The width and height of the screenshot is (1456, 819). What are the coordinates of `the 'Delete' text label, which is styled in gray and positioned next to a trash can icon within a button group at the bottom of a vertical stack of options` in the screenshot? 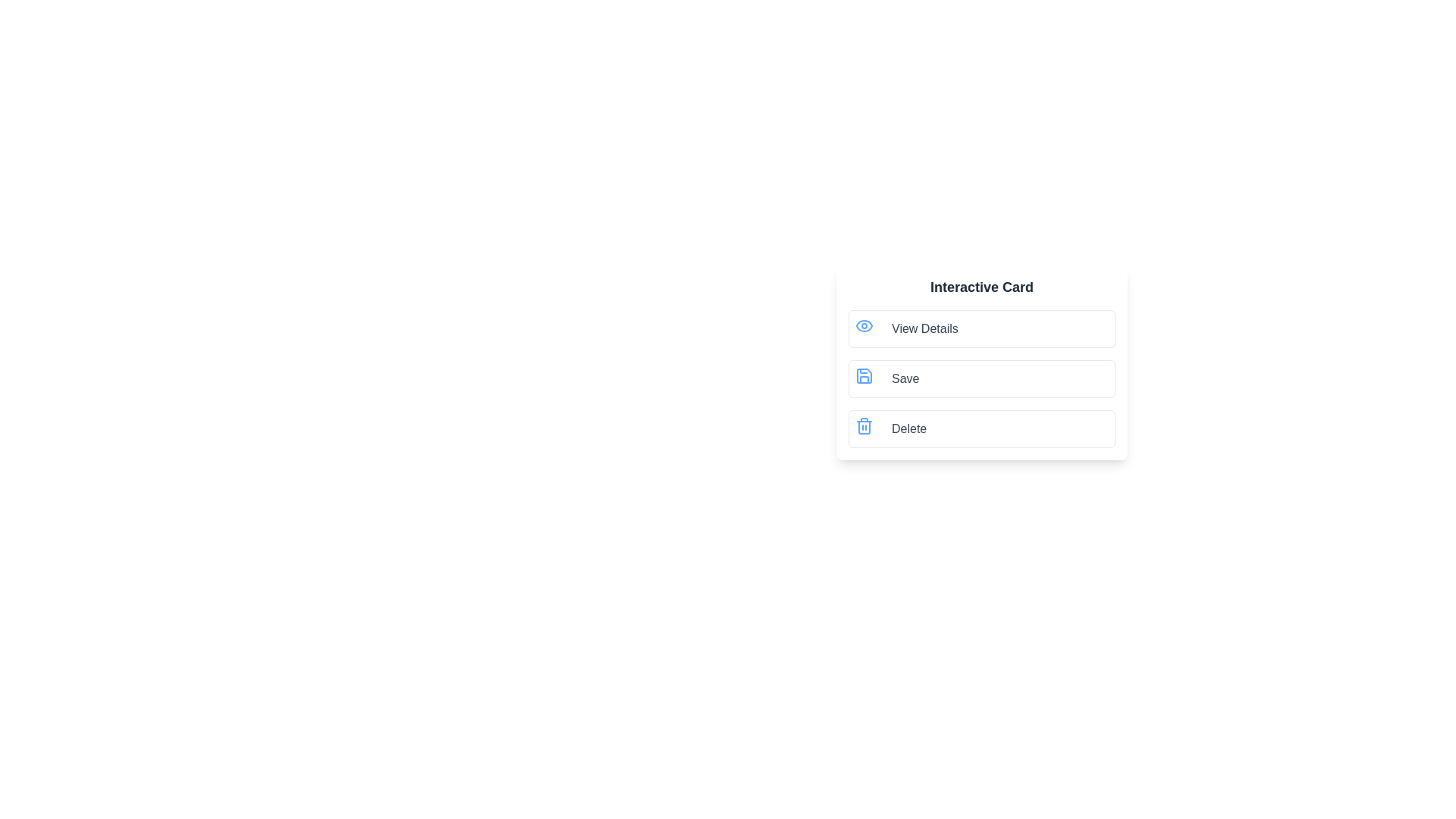 It's located at (909, 429).